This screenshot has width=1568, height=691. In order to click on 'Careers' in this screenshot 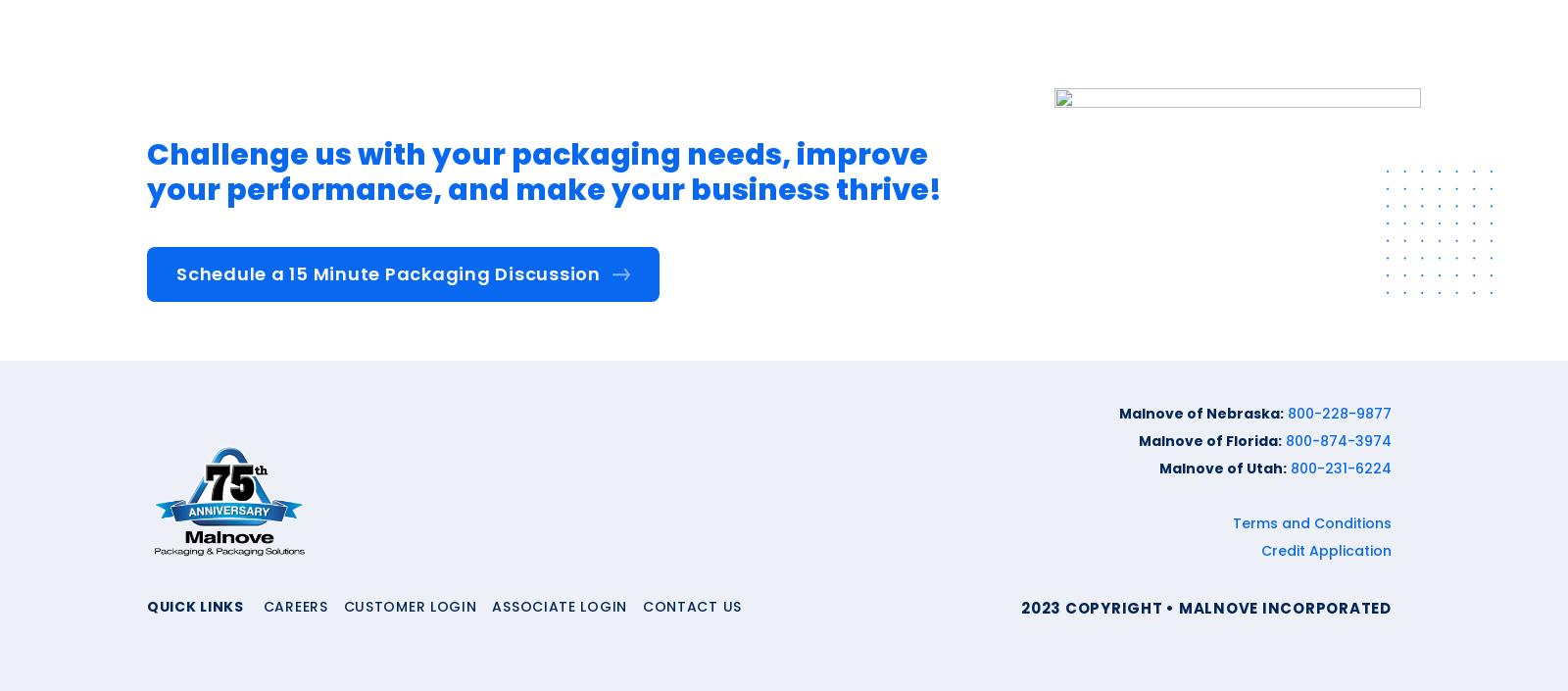, I will do `click(294, 605)`.